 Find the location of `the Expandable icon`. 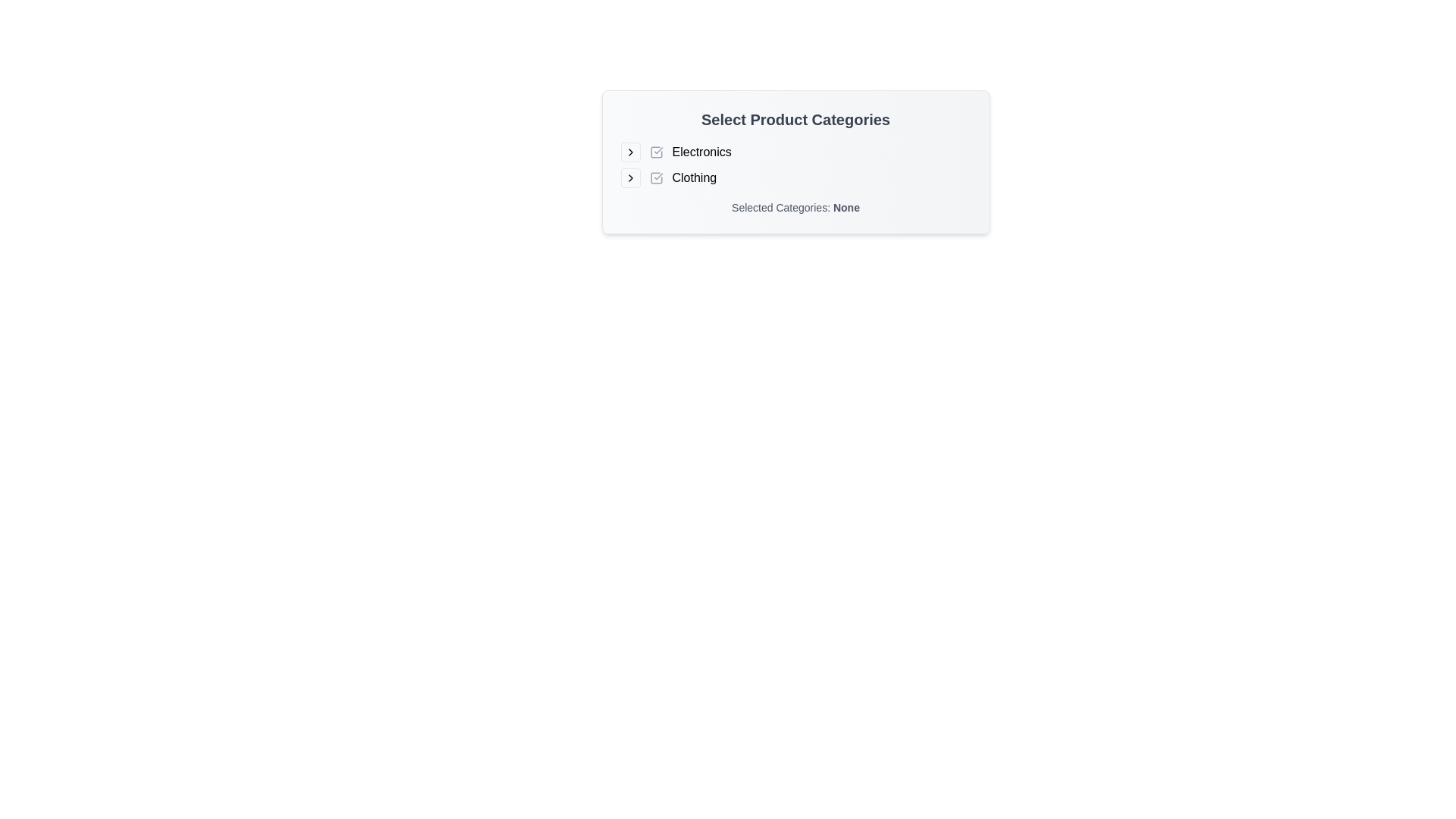

the Expandable icon is located at coordinates (630, 177).